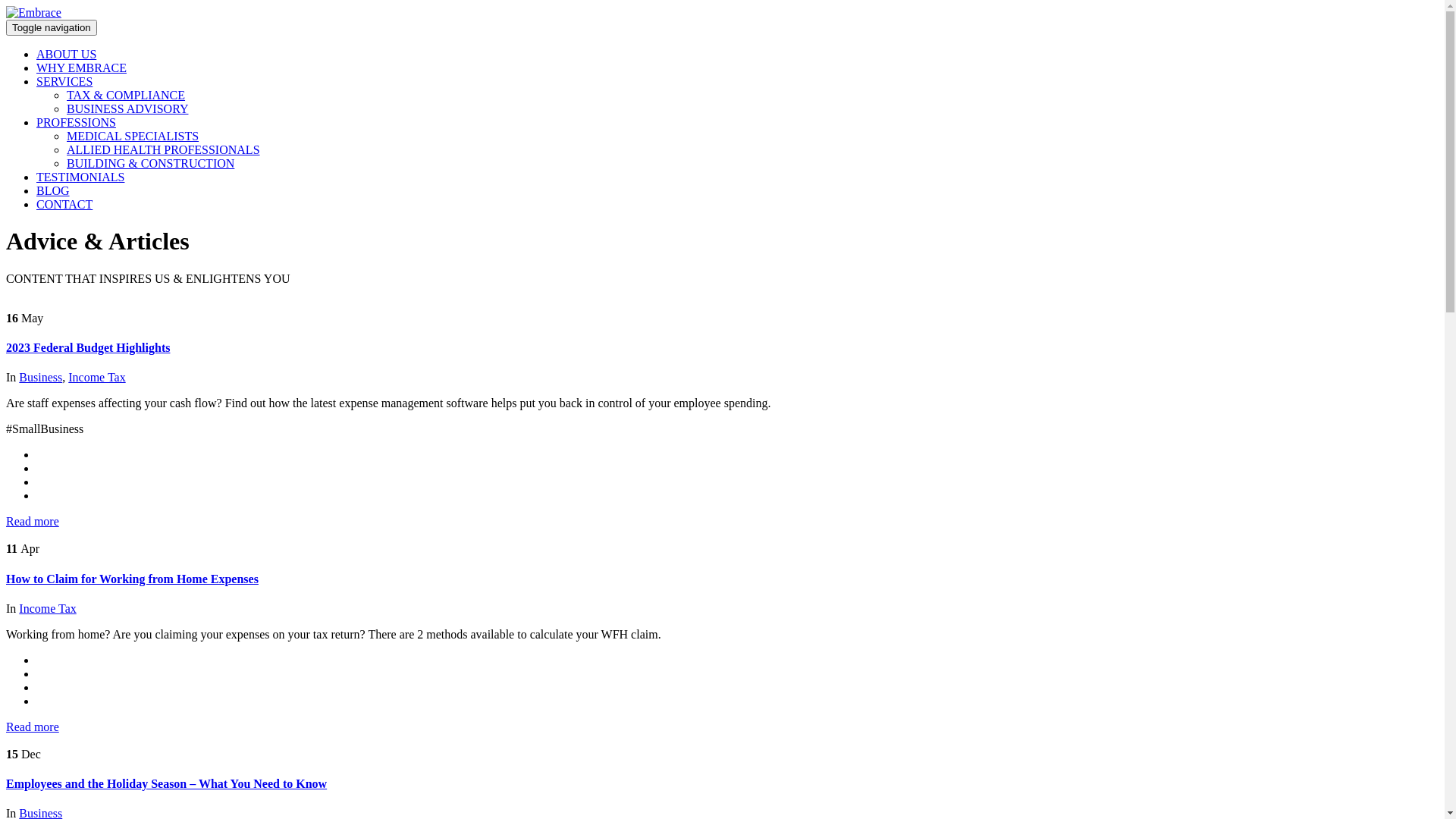 The image size is (1456, 819). What do you see at coordinates (6, 726) in the screenshot?
I see `'Read more'` at bounding box center [6, 726].